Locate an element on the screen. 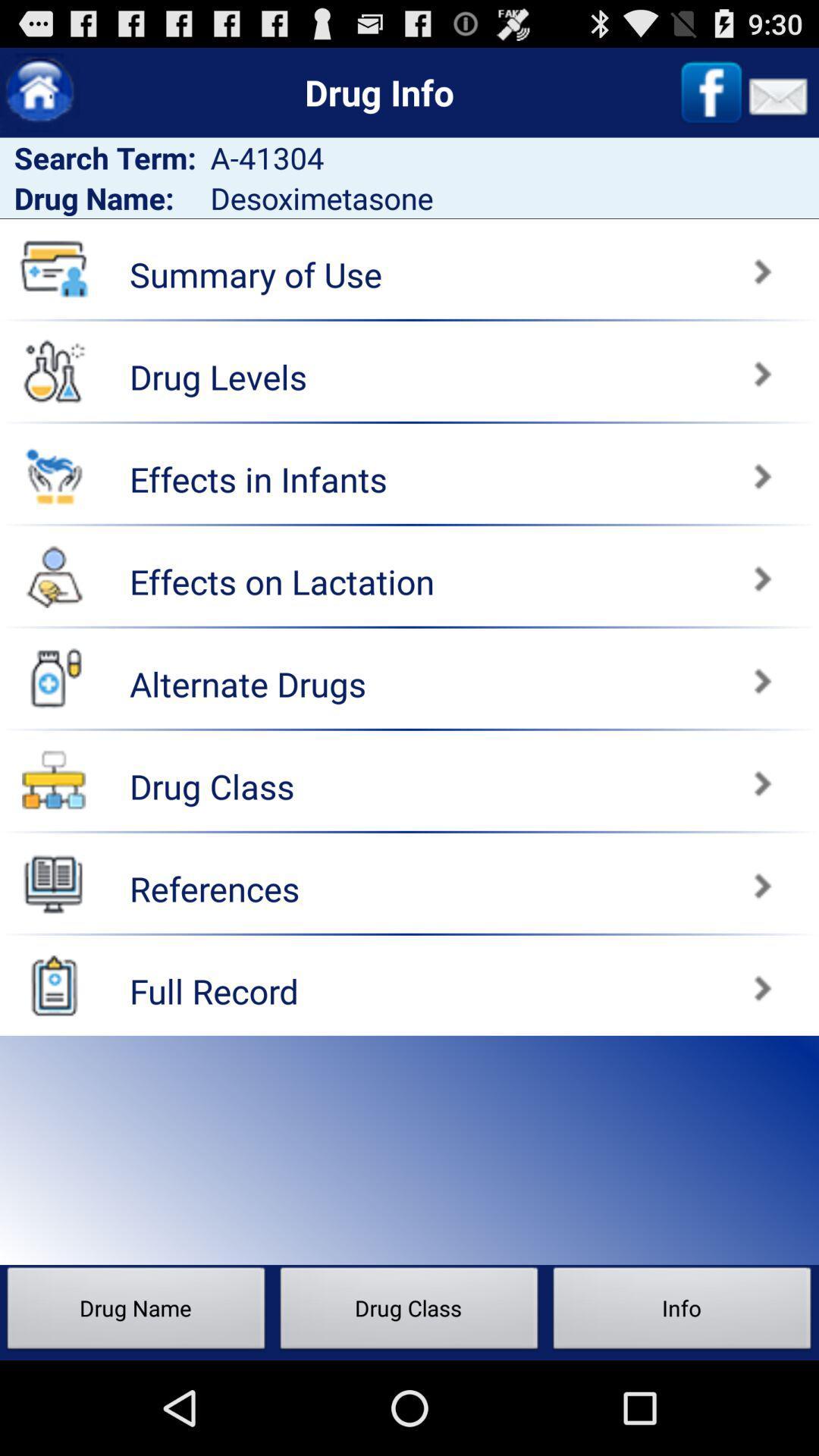 The image size is (819, 1456). the folder icon is located at coordinates (53, 287).